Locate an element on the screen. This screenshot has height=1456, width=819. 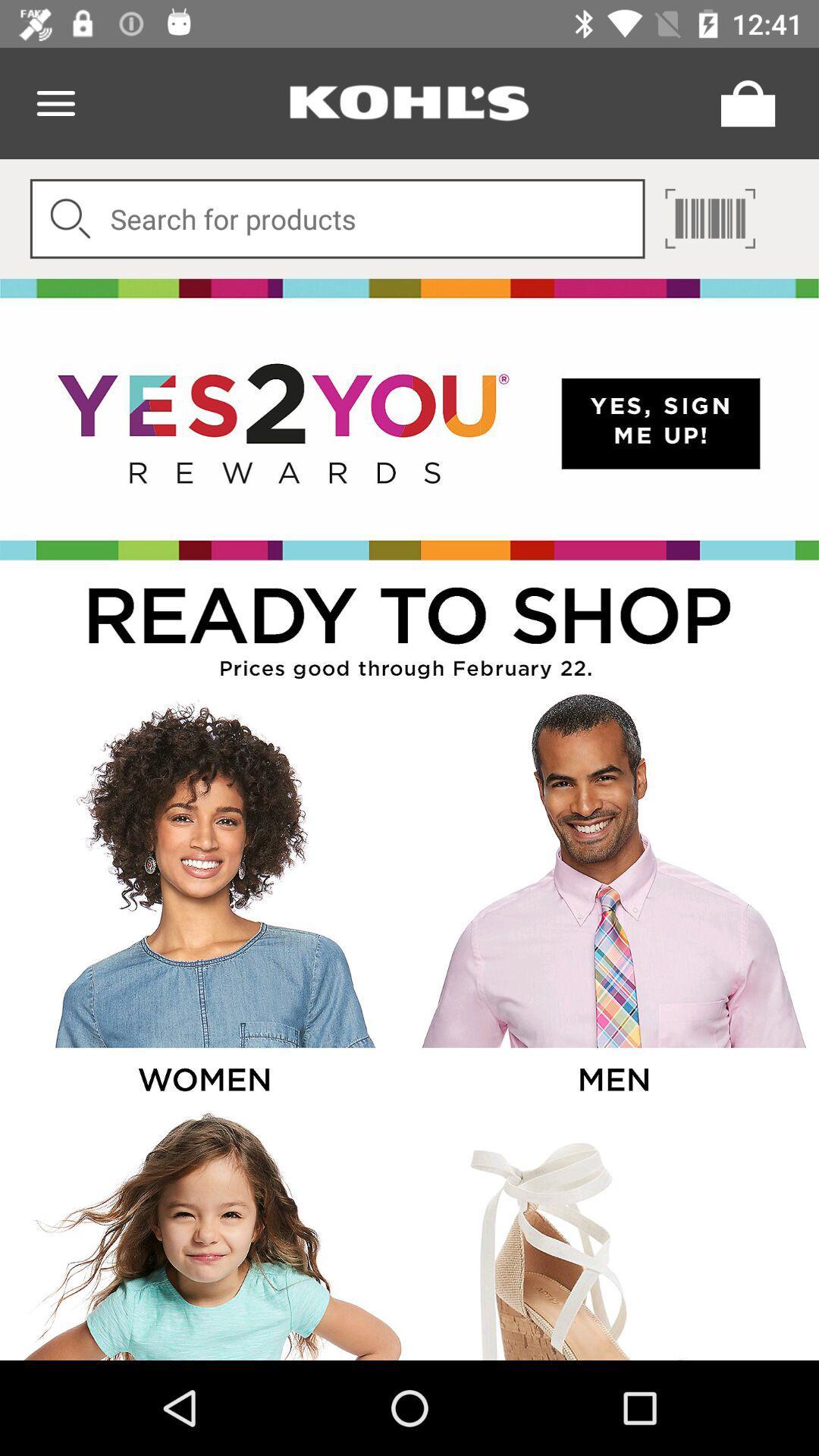
menu page is located at coordinates (55, 102).